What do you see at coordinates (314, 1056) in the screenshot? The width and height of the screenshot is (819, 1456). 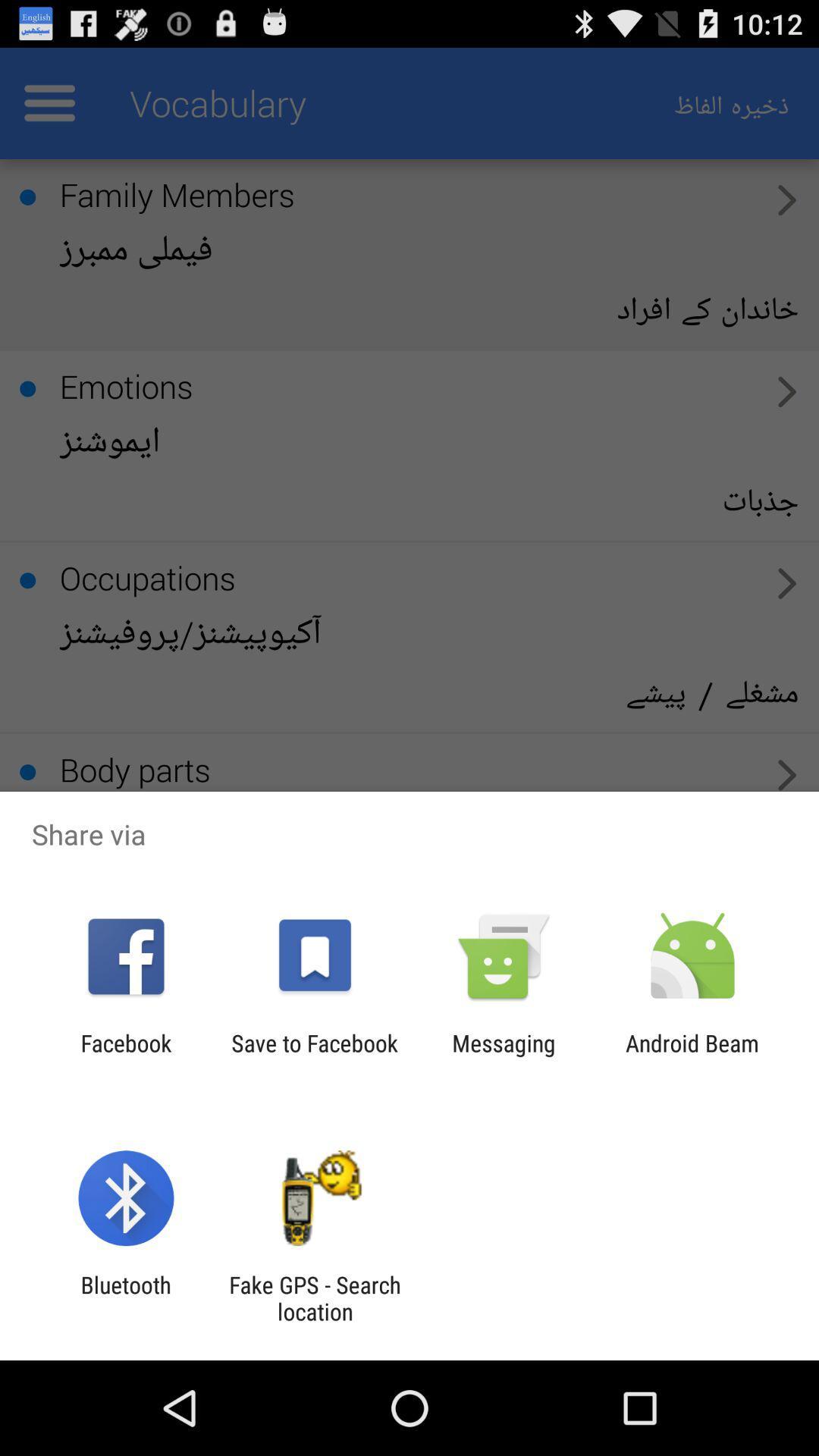 I see `save to facebook` at bounding box center [314, 1056].